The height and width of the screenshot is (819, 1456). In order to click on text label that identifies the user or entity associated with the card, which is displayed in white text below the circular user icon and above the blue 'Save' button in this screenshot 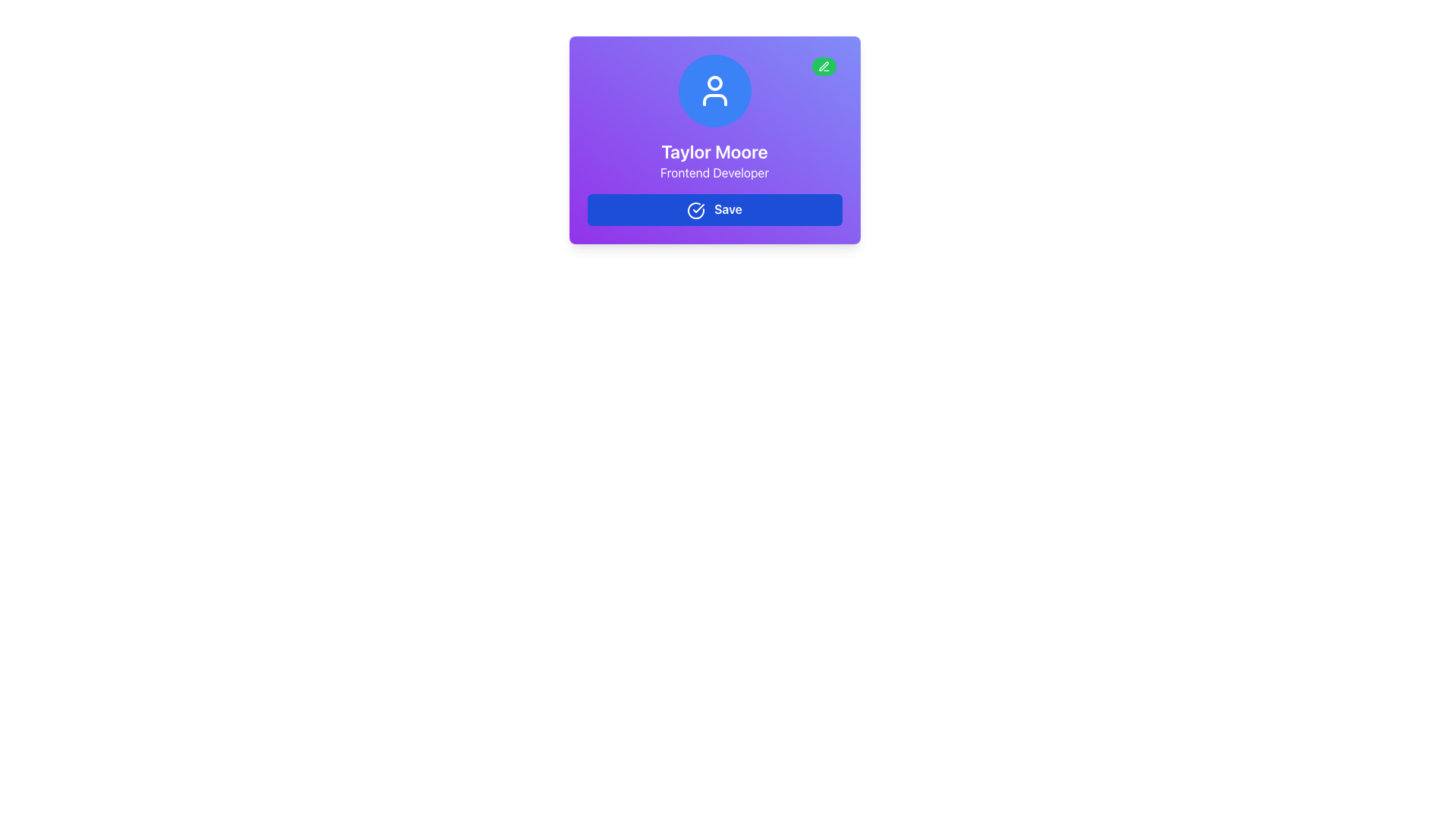, I will do `click(714, 161)`.